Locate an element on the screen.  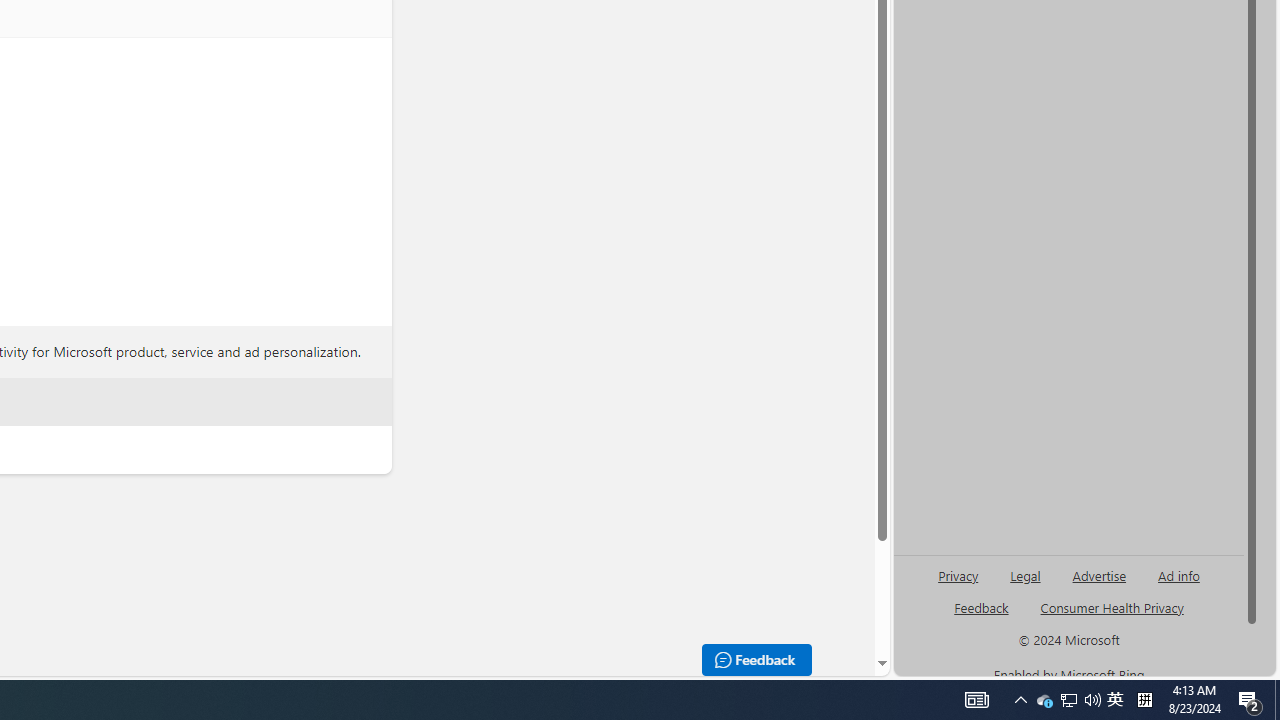
'AutomationID: sb_feedback' is located at coordinates (981, 606).